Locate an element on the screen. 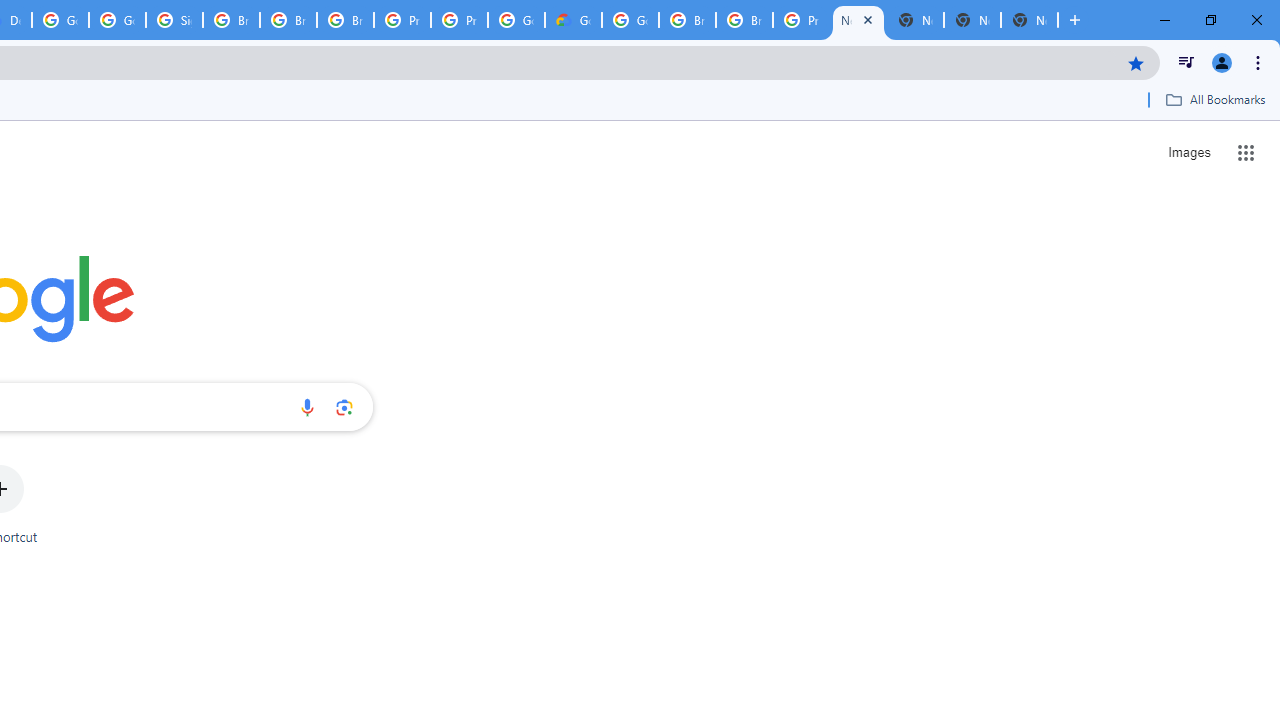 The image size is (1280, 720). 'Sign in - Google Accounts' is located at coordinates (174, 20).